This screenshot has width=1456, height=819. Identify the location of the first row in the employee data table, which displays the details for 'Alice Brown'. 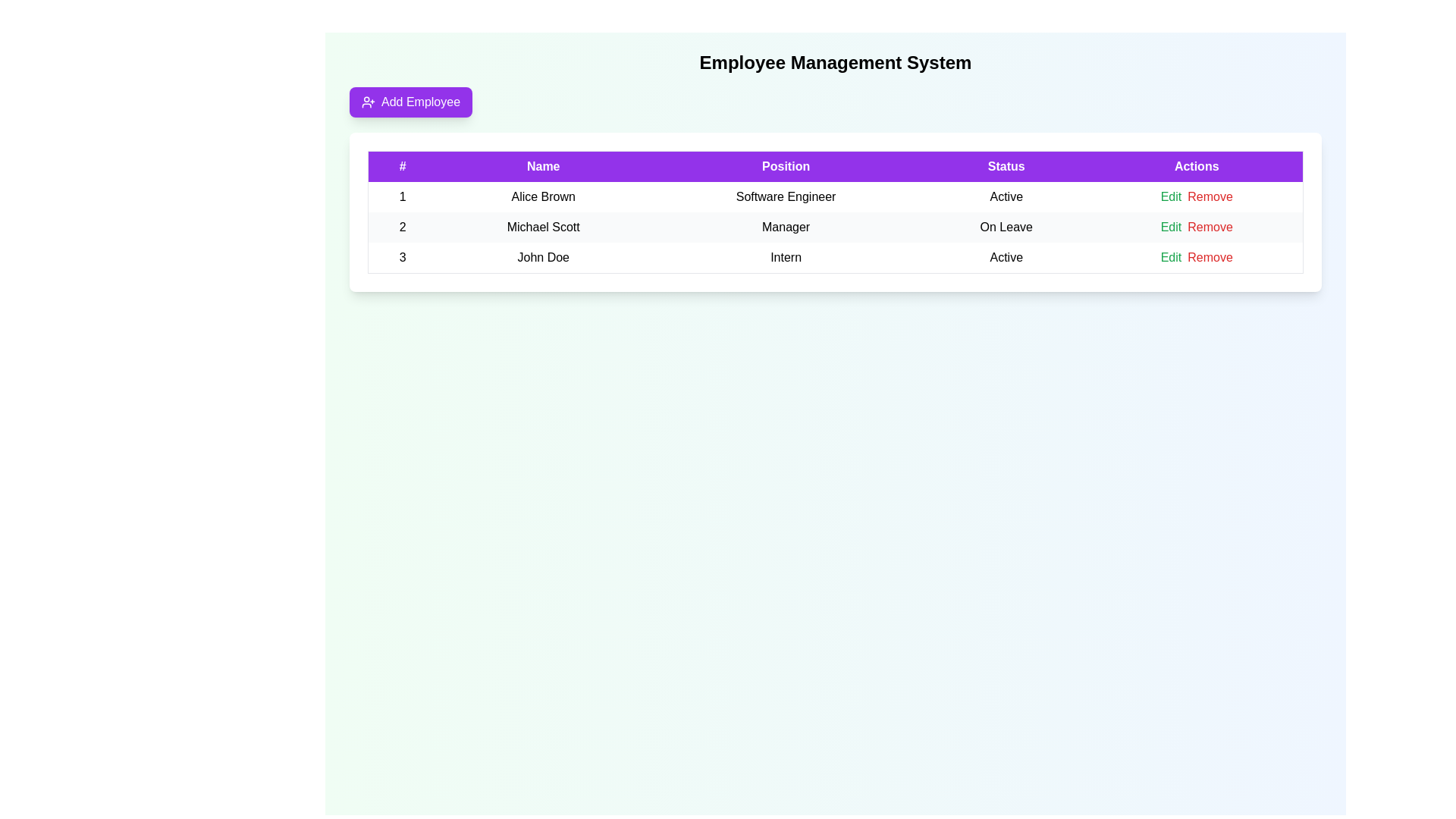
(835, 196).